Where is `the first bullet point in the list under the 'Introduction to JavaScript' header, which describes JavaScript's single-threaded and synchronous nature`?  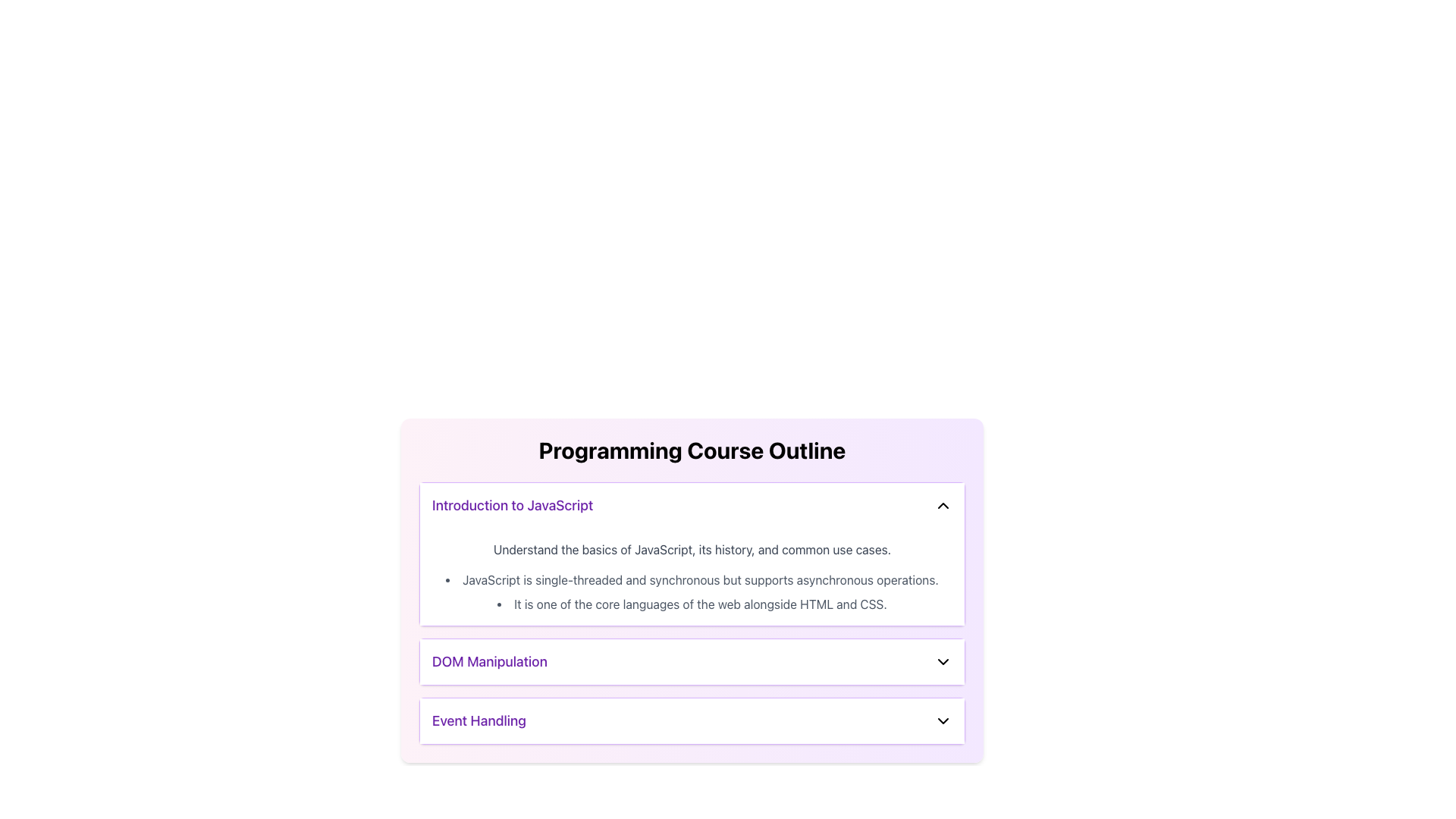 the first bullet point in the list under the 'Introduction to JavaScript' header, which describes JavaScript's single-threaded and synchronous nature is located at coordinates (691, 579).